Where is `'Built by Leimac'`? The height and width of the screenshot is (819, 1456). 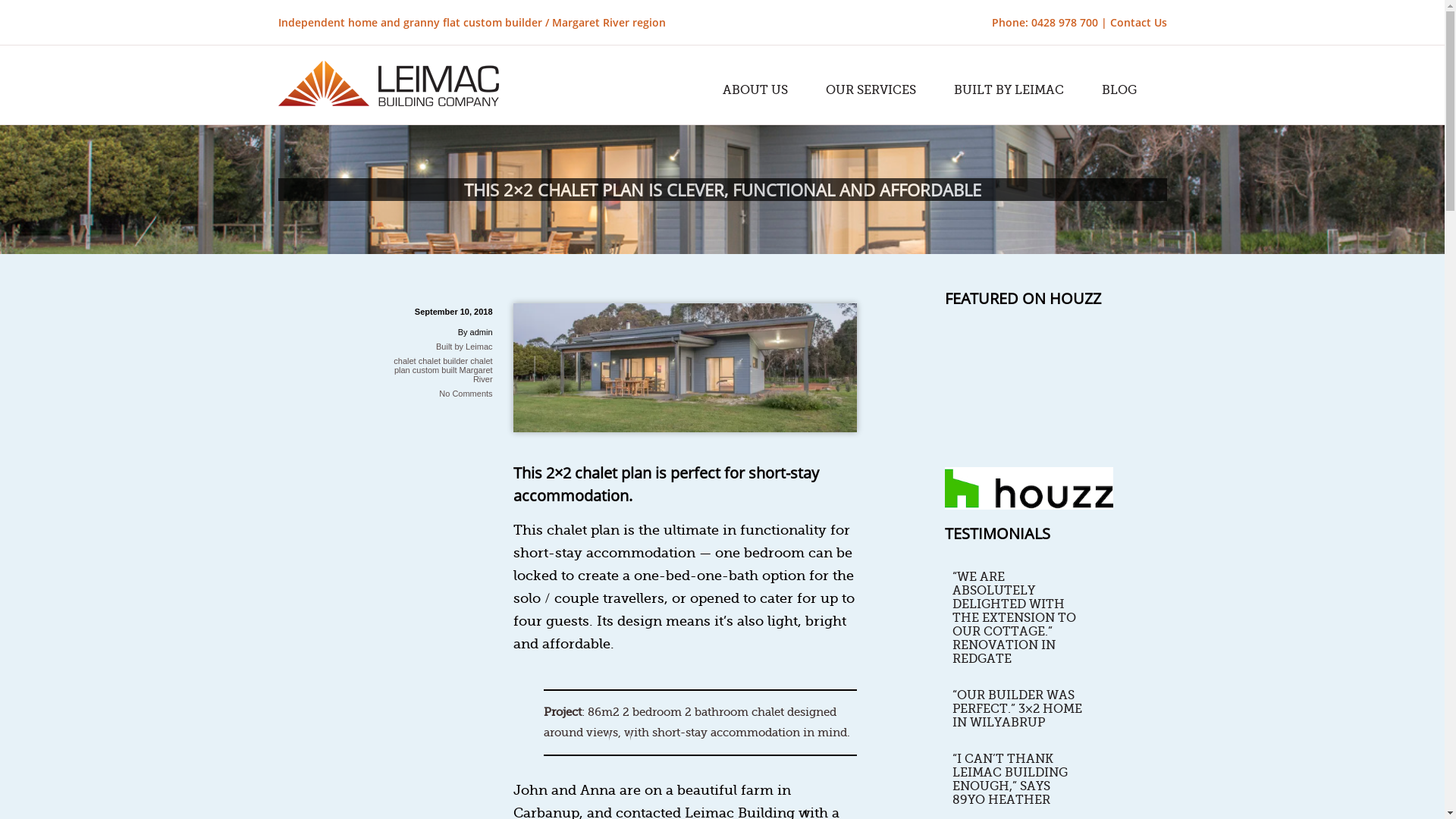 'Built by Leimac' is located at coordinates (463, 346).